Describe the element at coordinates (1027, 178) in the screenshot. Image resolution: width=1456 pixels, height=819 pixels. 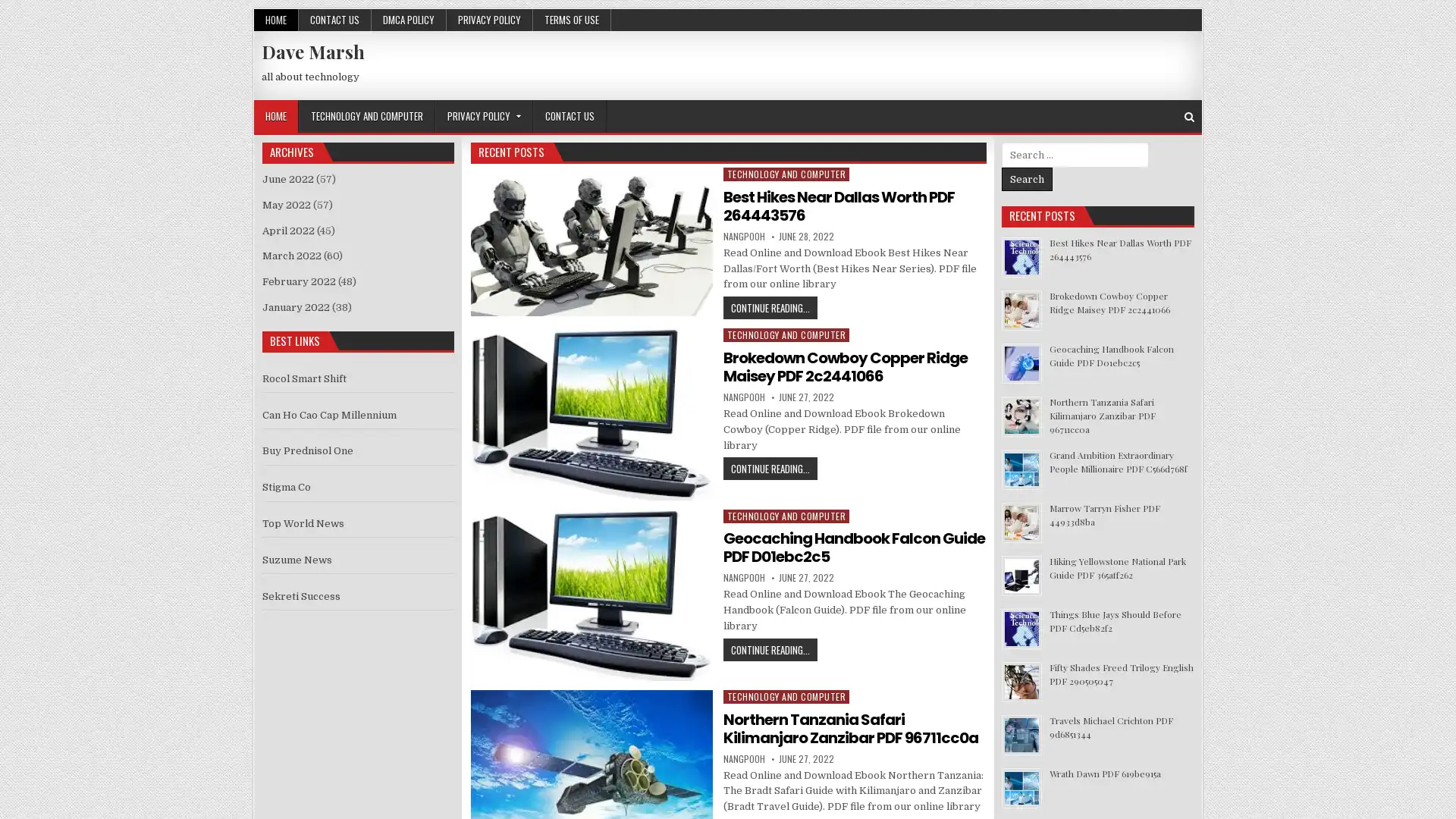
I see `Search` at that location.